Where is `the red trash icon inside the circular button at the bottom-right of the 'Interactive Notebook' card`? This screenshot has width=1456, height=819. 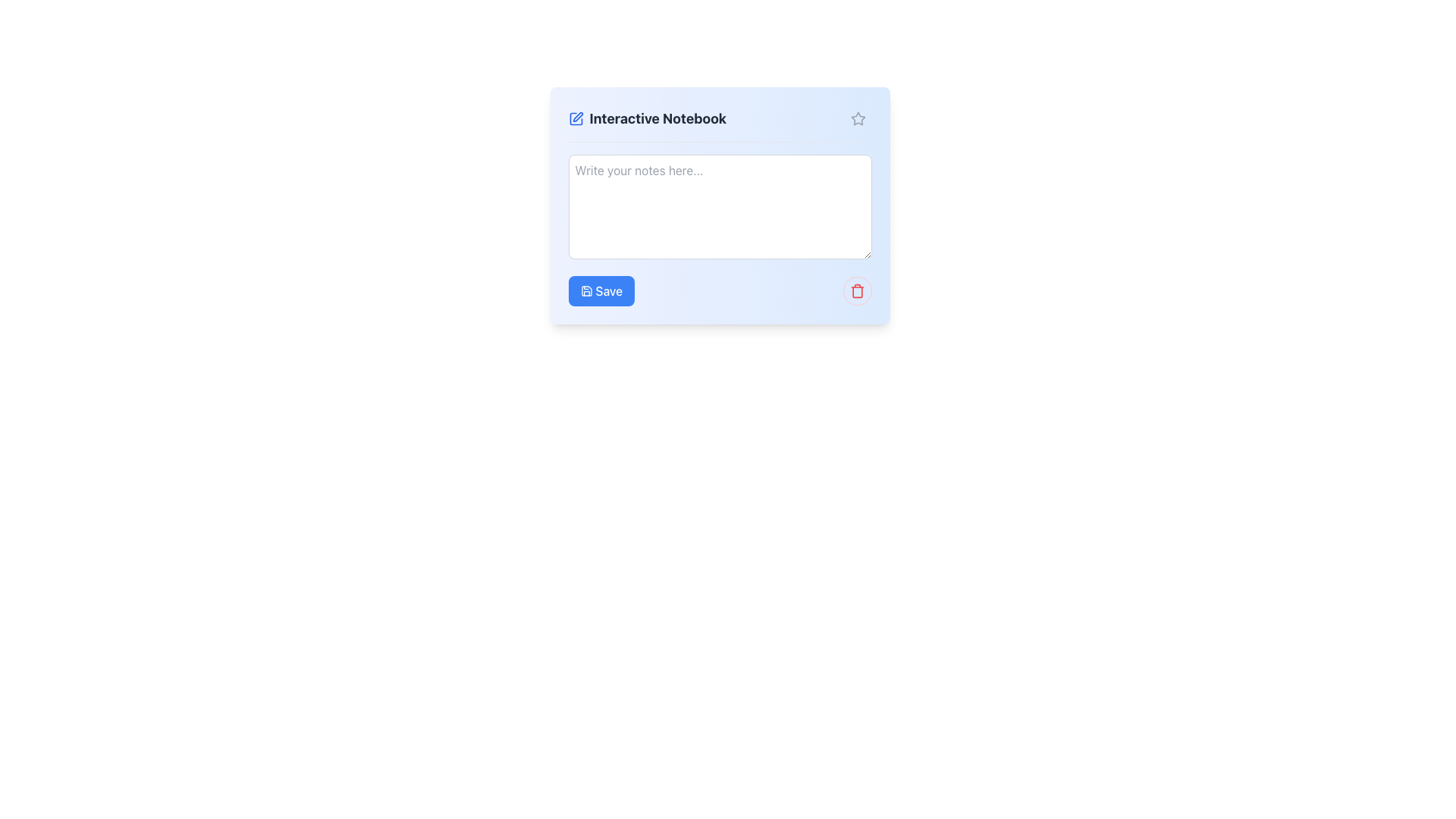
the red trash icon inside the circular button at the bottom-right of the 'Interactive Notebook' card is located at coordinates (857, 291).